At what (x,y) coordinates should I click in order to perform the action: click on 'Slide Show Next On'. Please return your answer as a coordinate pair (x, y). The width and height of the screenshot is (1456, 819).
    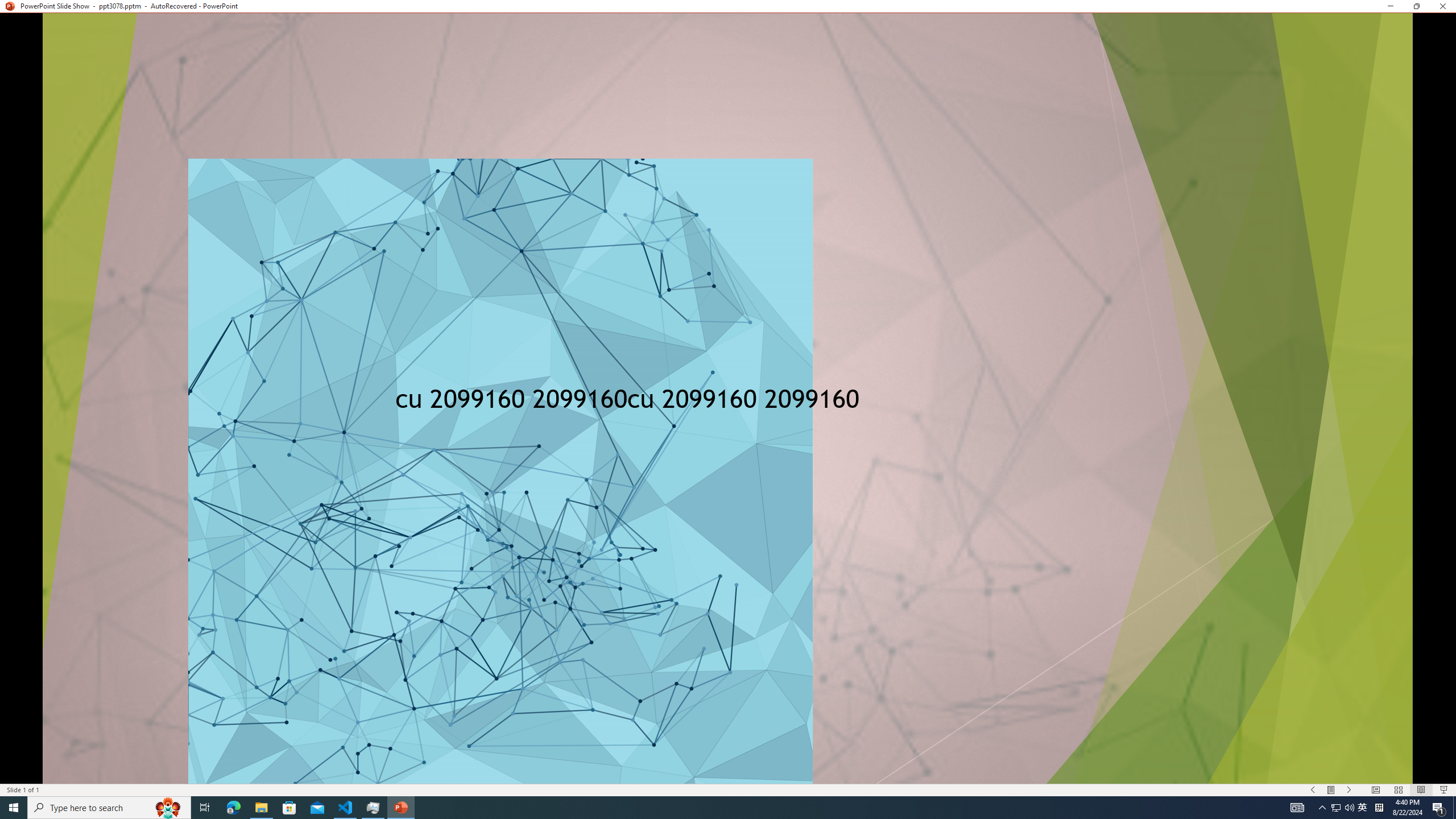
    Looking at the image, I should click on (1349, 790).